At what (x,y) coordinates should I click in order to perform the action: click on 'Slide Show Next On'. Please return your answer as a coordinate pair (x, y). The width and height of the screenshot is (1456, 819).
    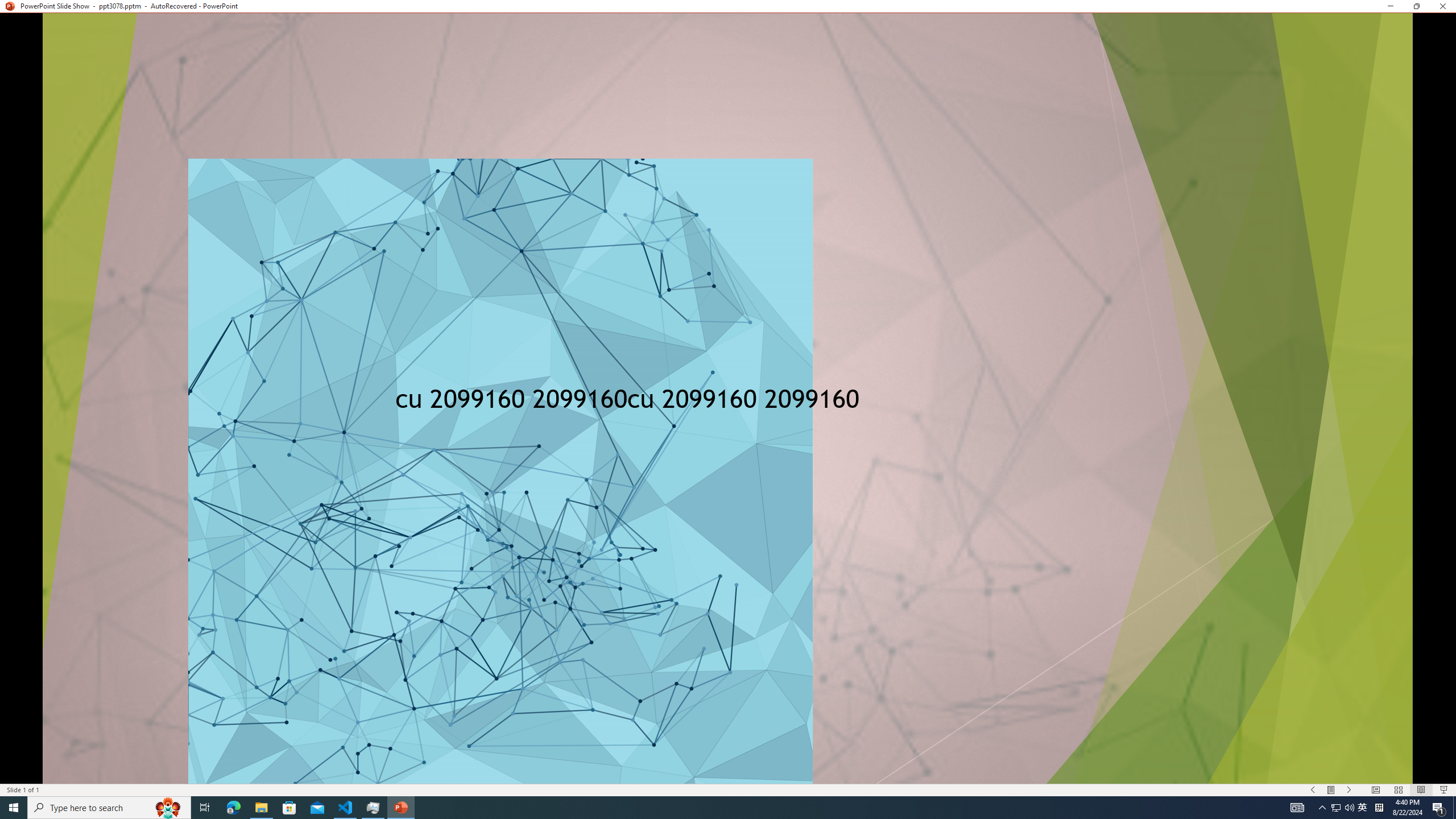
    Looking at the image, I should click on (1349, 790).